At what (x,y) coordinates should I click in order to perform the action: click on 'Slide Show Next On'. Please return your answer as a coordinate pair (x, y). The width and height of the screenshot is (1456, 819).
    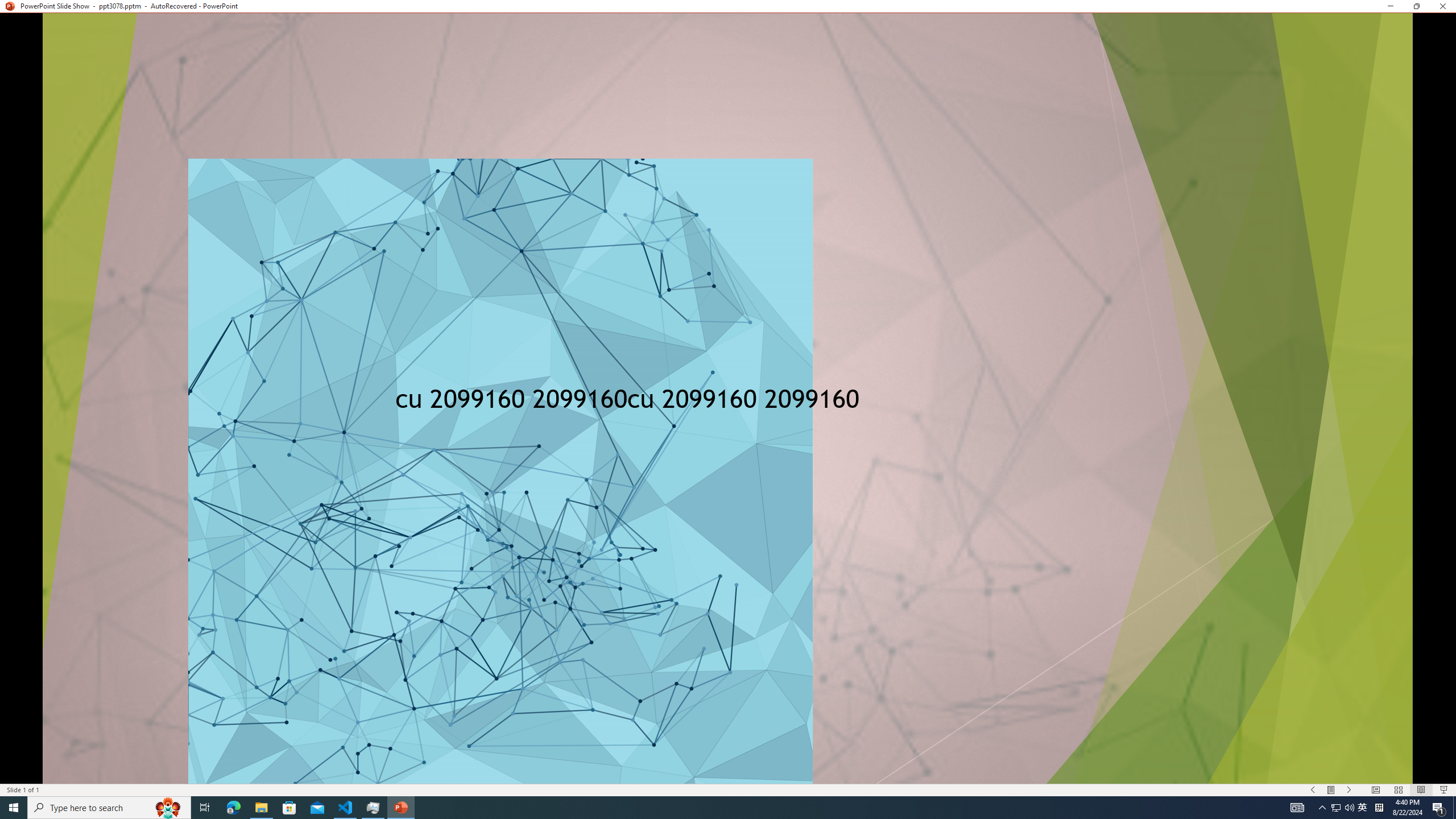
    Looking at the image, I should click on (1349, 790).